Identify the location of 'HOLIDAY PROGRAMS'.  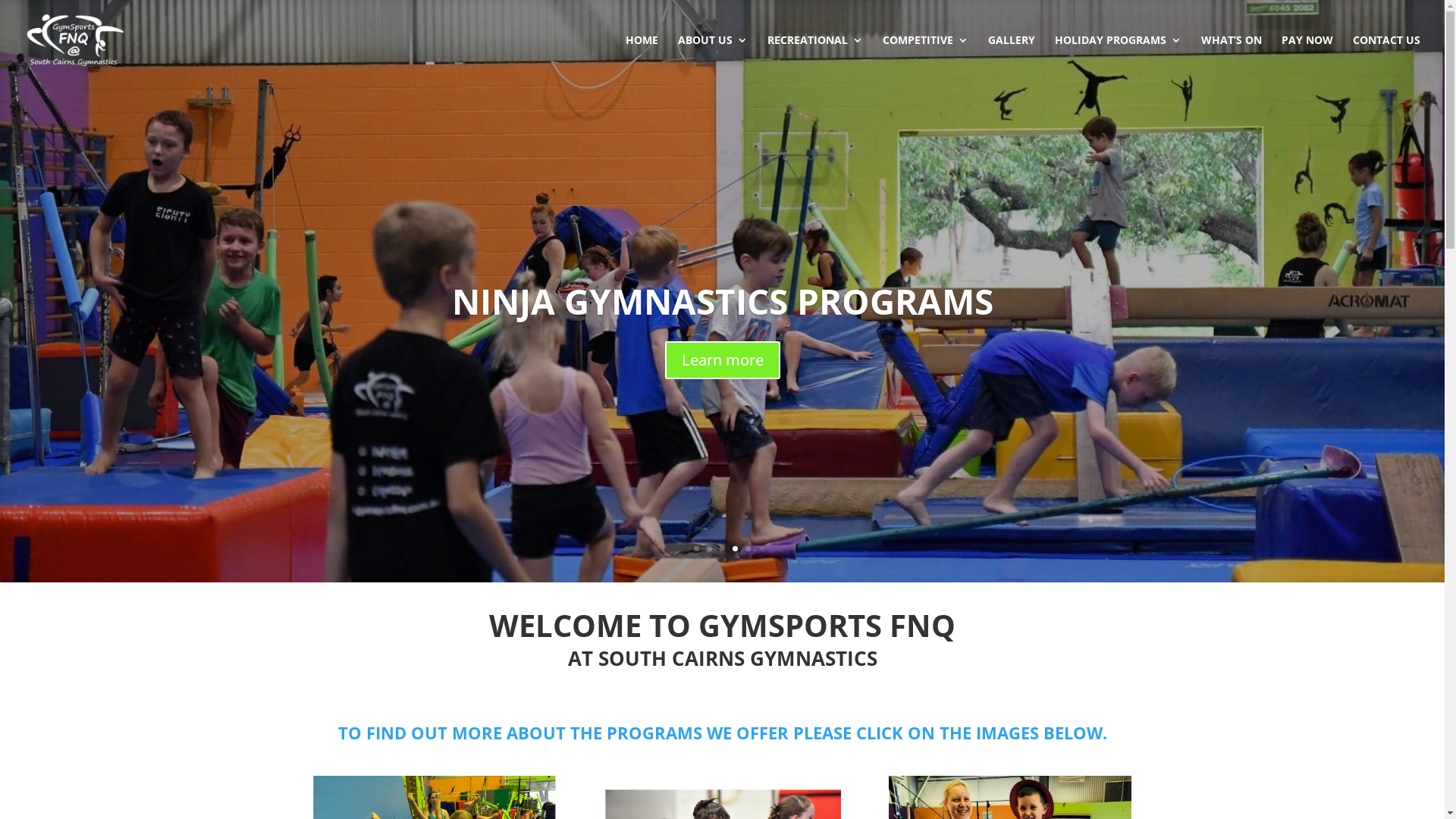
(1118, 57).